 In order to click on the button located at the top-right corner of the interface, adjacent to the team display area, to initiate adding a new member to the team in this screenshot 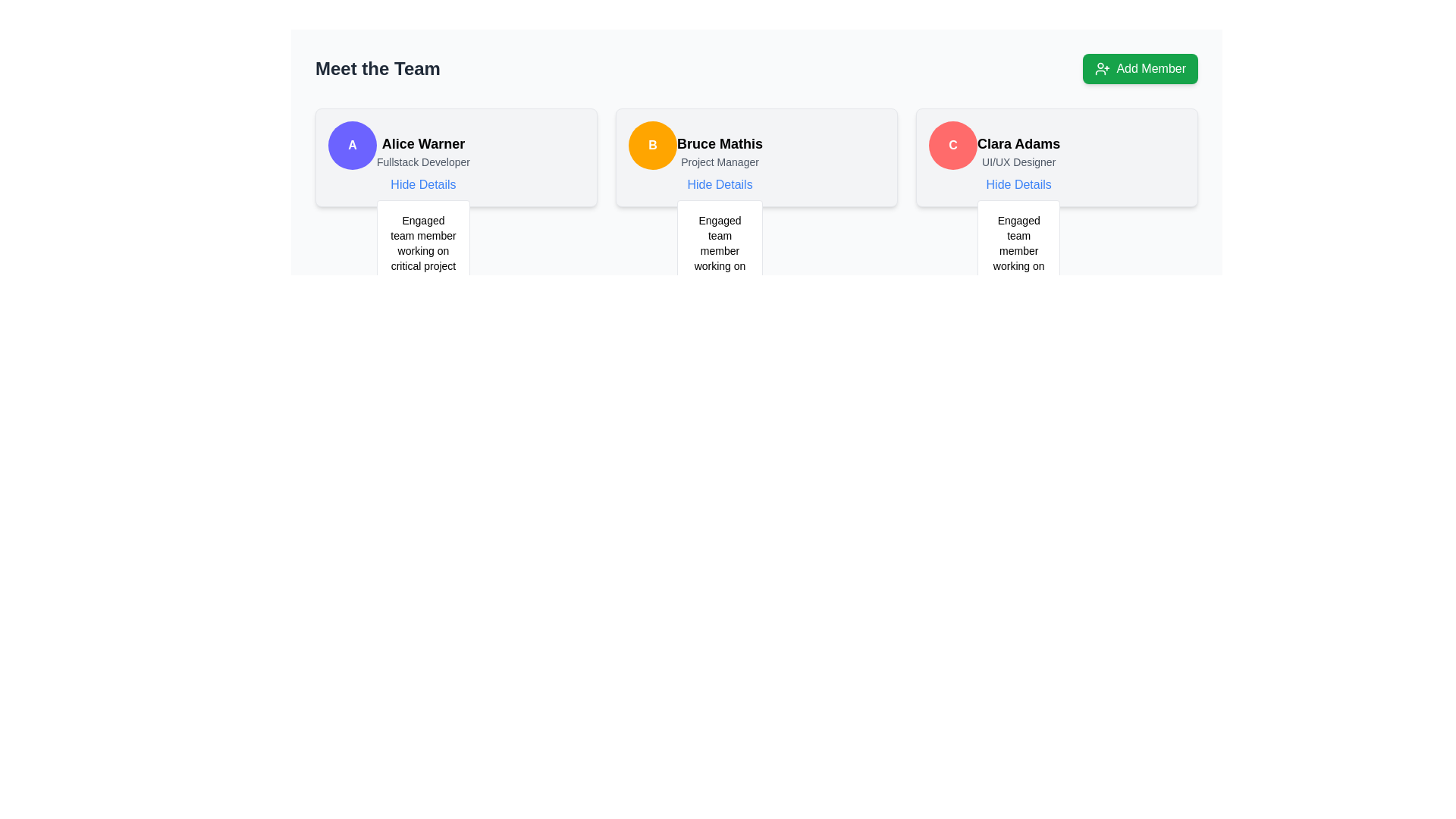, I will do `click(1141, 69)`.